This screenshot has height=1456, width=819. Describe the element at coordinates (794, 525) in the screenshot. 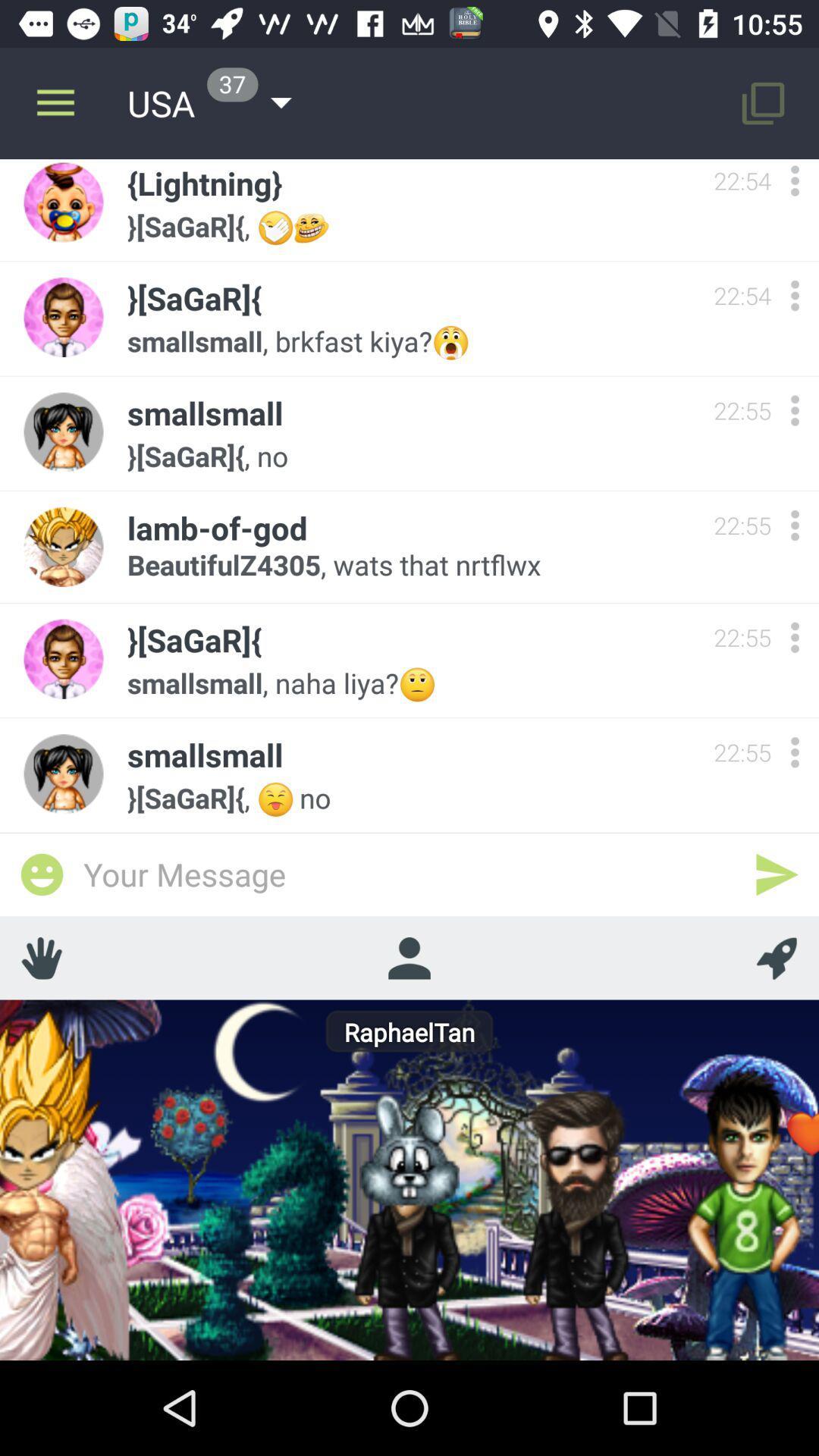

I see `the more icon` at that location.